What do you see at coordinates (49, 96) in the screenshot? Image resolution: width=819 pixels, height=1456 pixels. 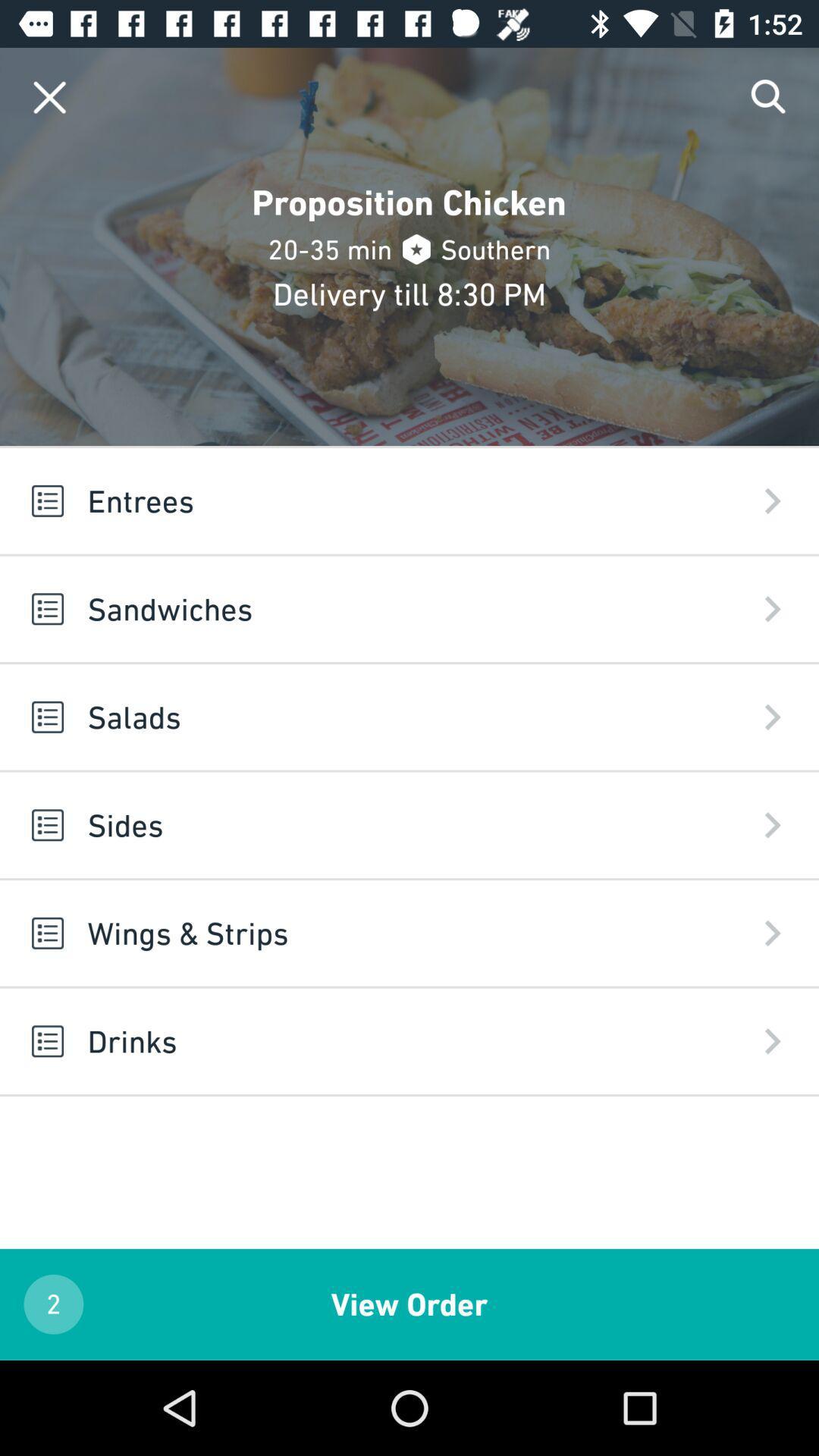 I see `icon above the entrees item` at bounding box center [49, 96].